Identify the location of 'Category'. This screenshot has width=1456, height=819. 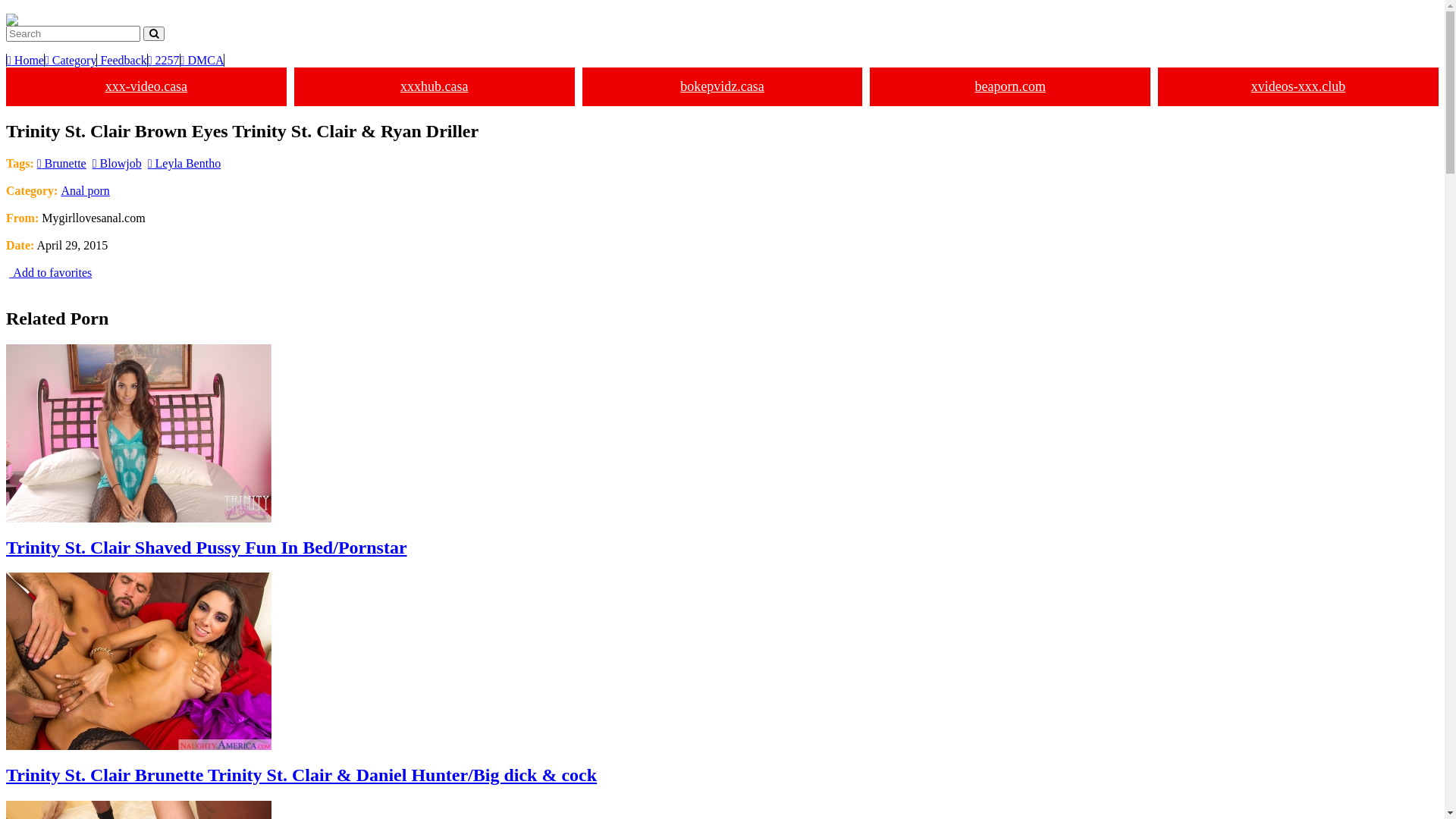
(44, 59).